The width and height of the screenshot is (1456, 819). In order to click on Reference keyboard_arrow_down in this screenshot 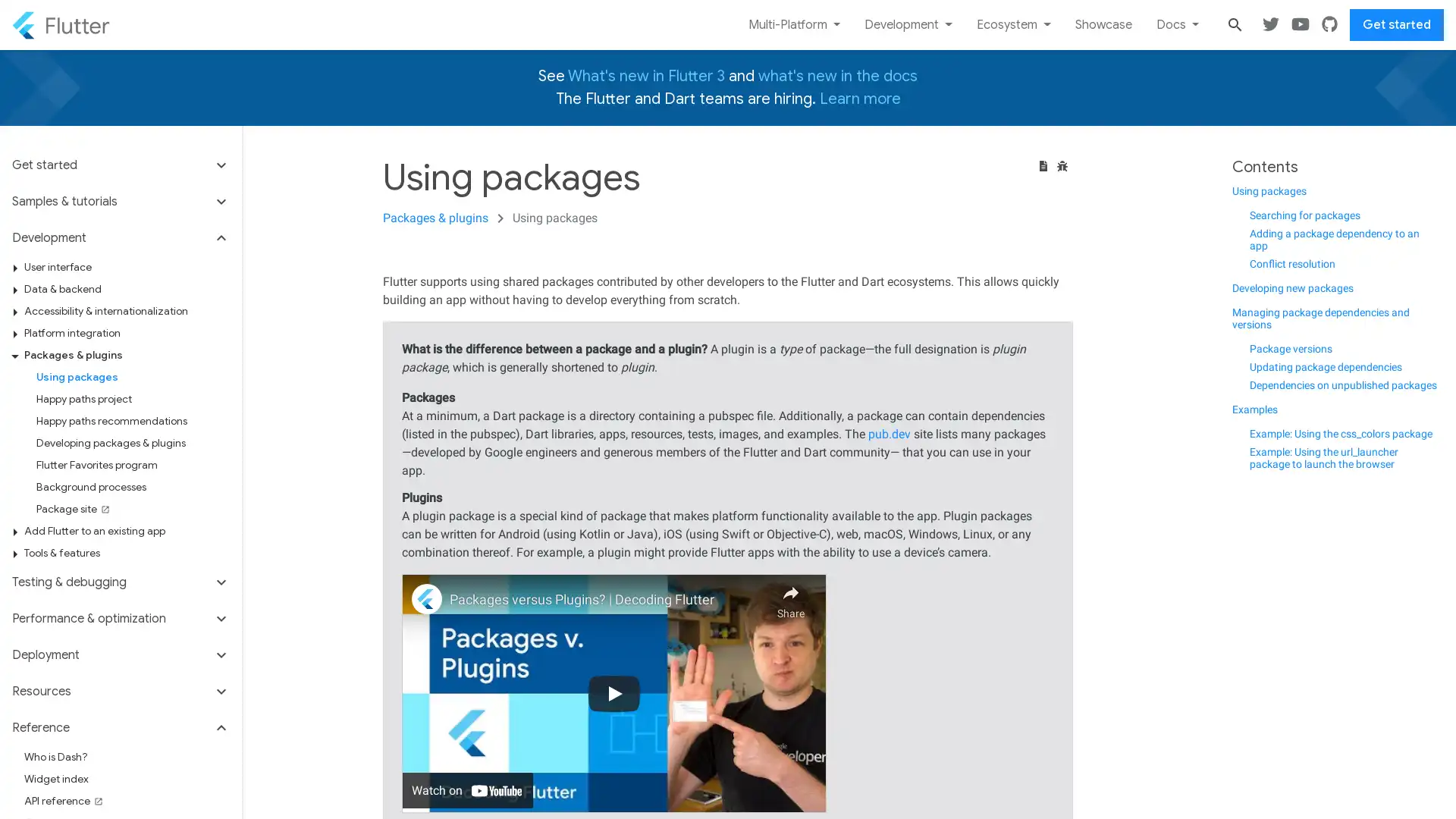, I will do `click(120, 727)`.